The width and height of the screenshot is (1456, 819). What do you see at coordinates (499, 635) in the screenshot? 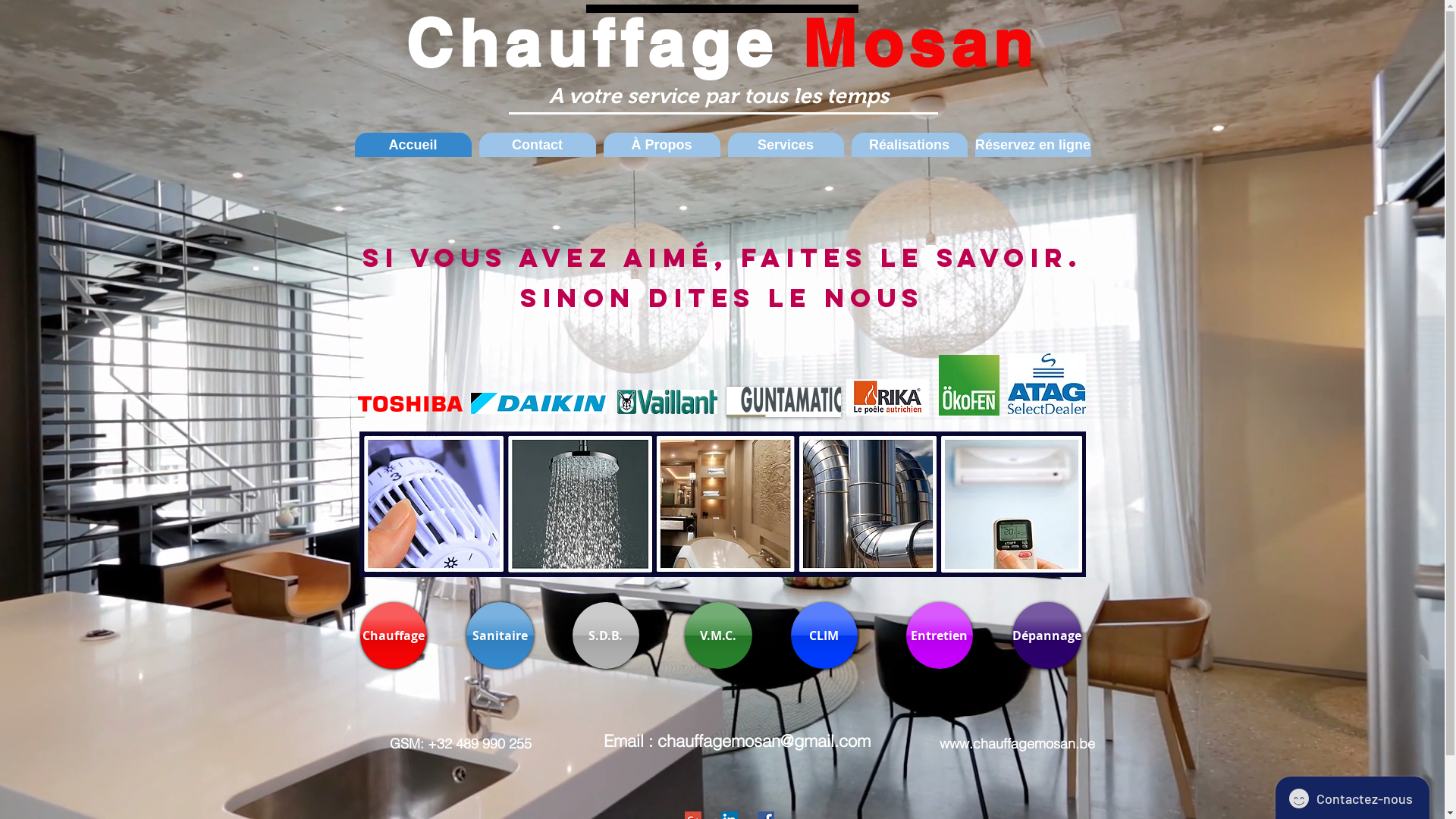
I see `'Sanitaire'` at bounding box center [499, 635].